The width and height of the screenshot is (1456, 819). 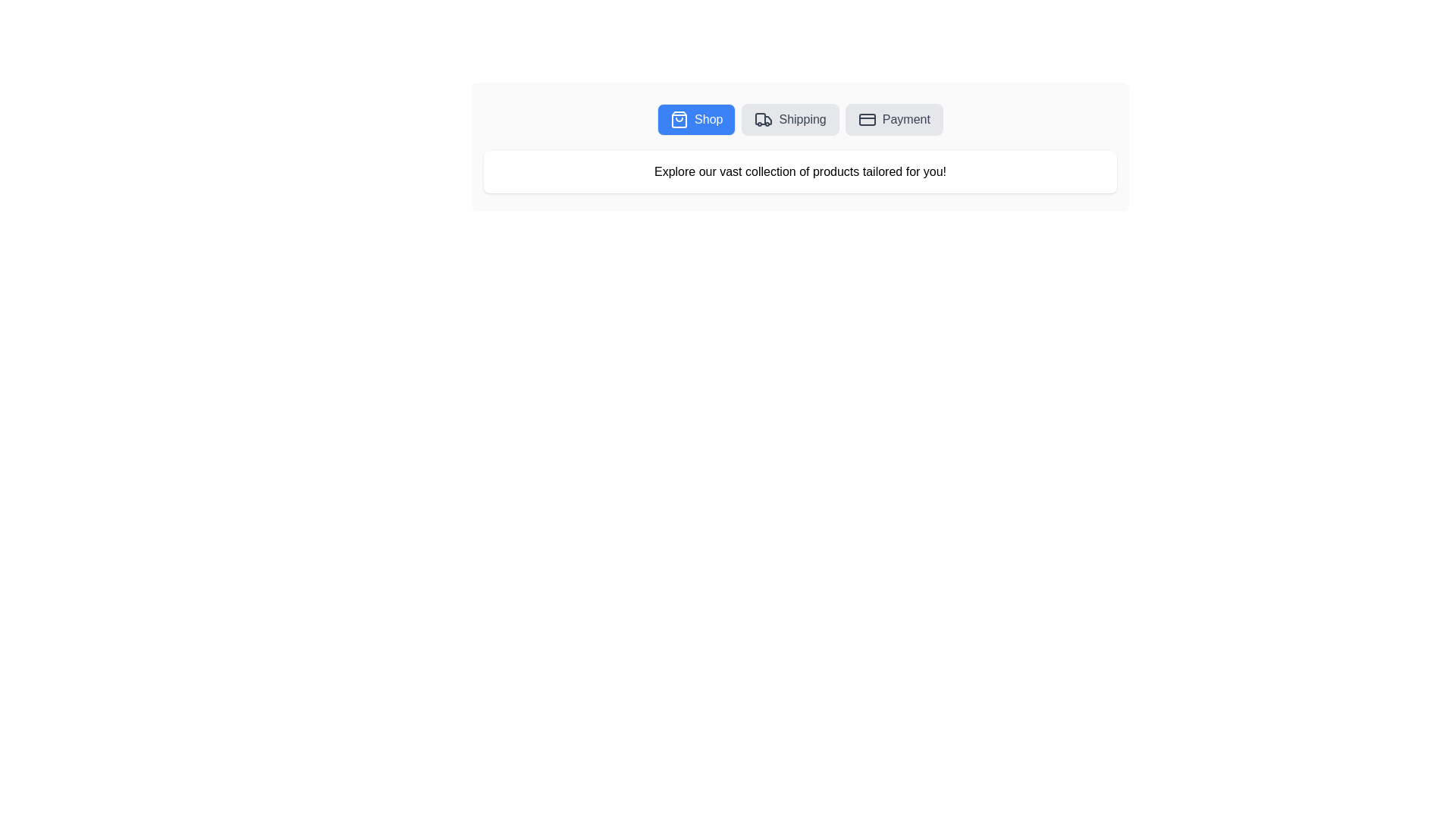 What do you see at coordinates (789, 119) in the screenshot?
I see `the 'Shipping' button, which has a light gray background, black text with a truck icon, and is located between the 'Shop' and 'Payment' buttons` at bounding box center [789, 119].